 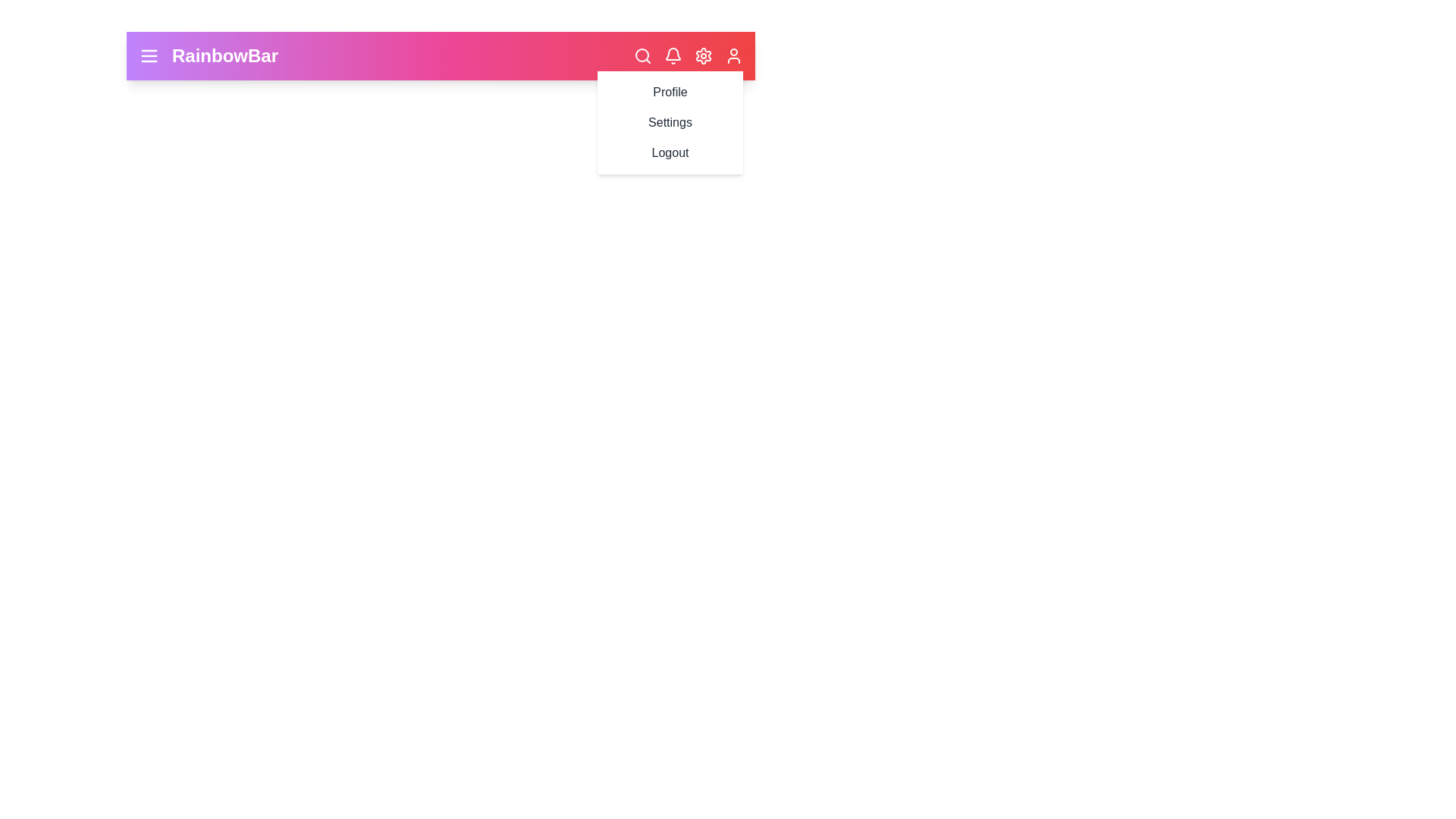 I want to click on the 'Profile' option in the dropdown menu, so click(x=669, y=93).